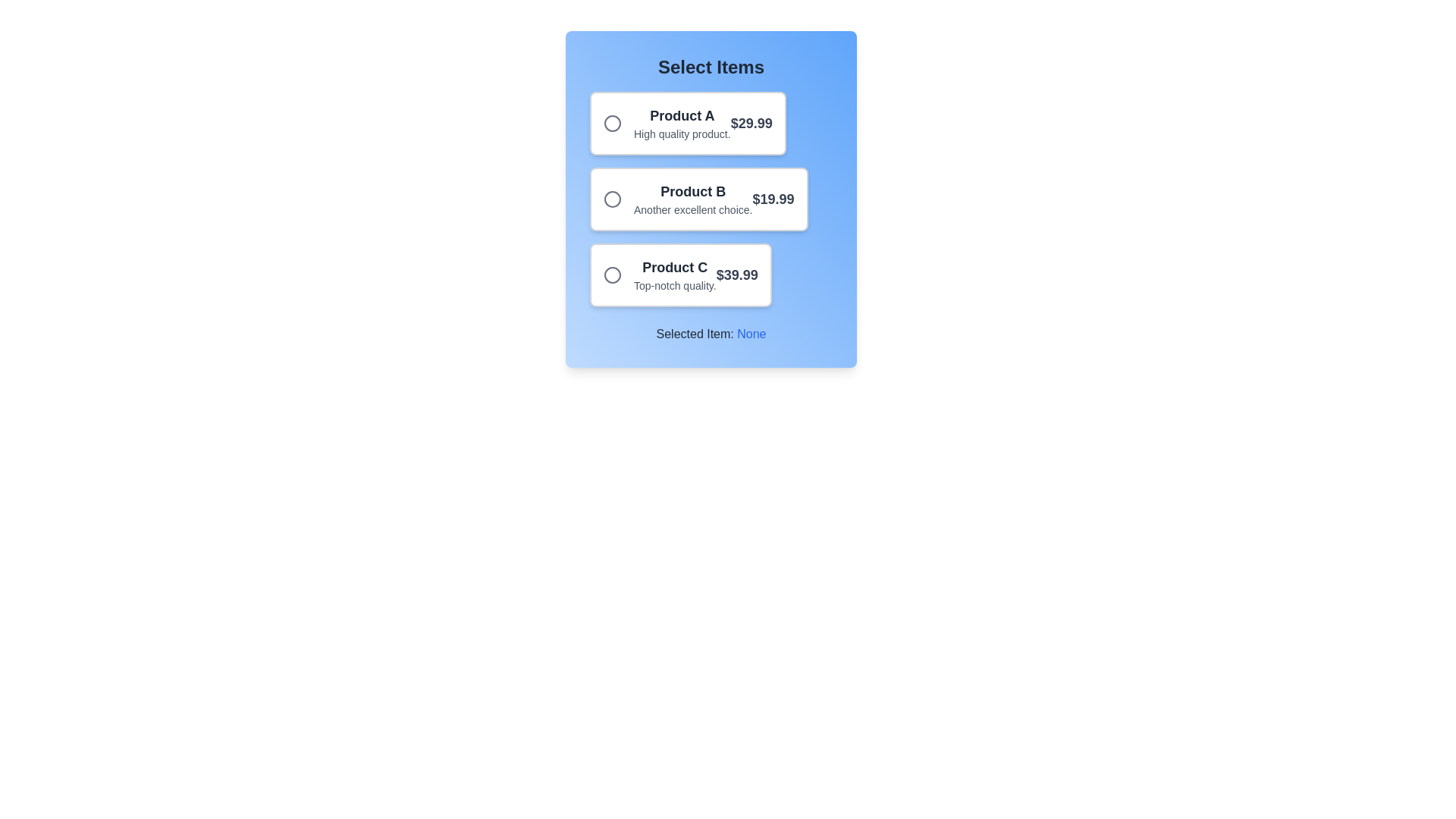 The width and height of the screenshot is (1456, 819). I want to click on the 'Select Items' text label located at the top-center of the blue card section, which is styled in a bold, large font with dark gray color, so click(710, 66).